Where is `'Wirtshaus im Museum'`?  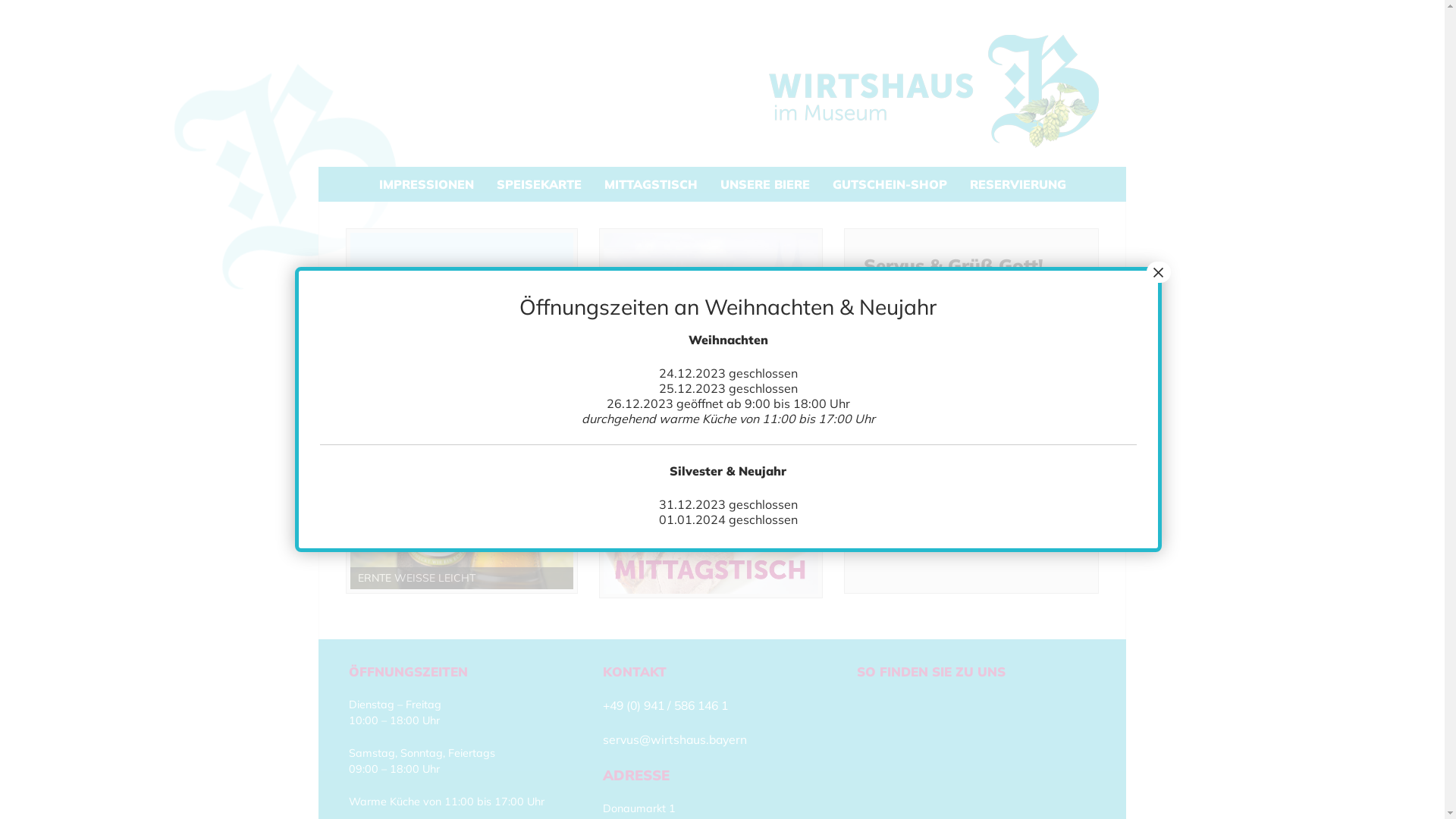
'Wirtshaus im Museum' is located at coordinates (767, 90).